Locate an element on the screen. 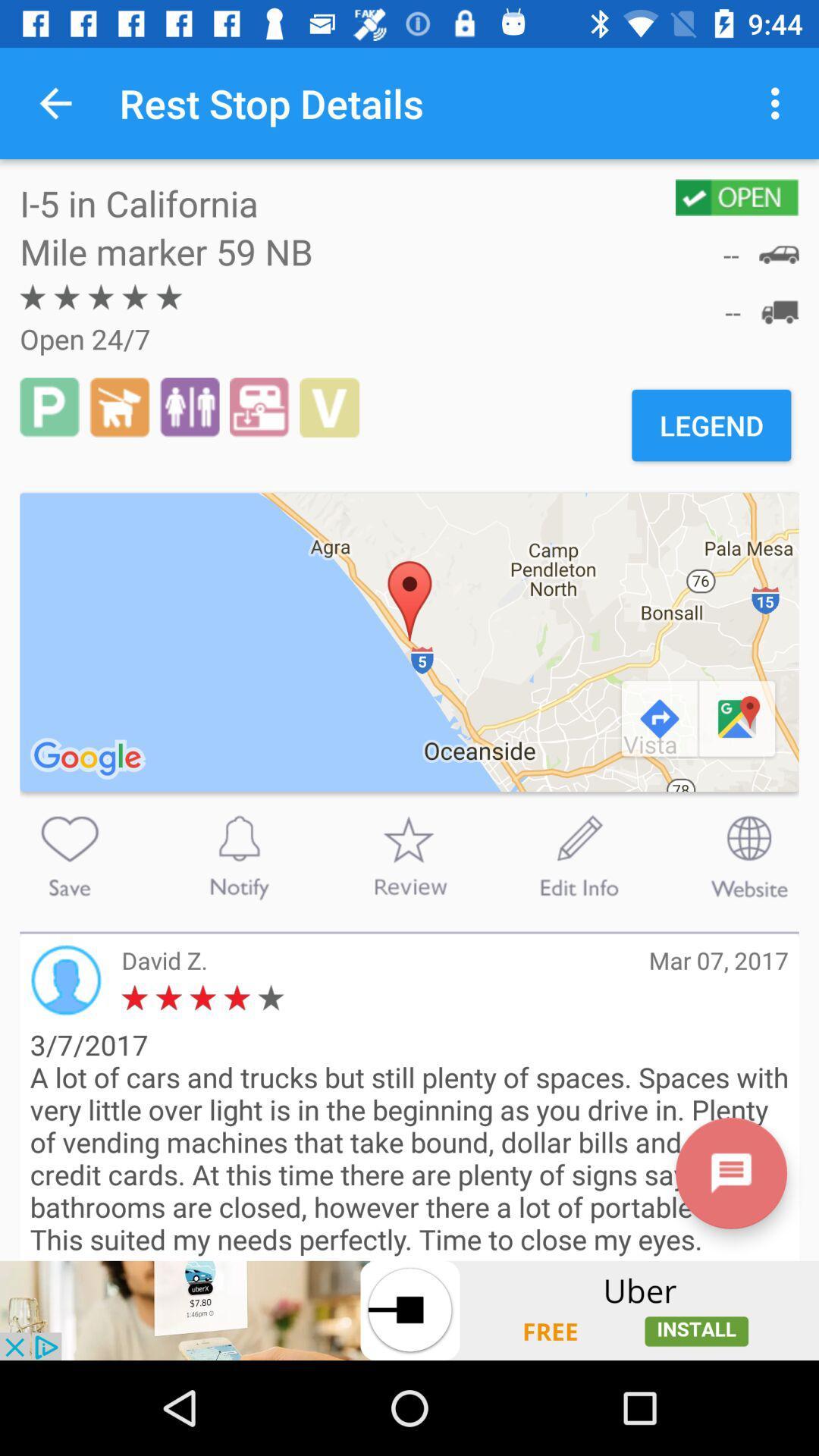 The image size is (819, 1456). the chat icon is located at coordinates (730, 1172).